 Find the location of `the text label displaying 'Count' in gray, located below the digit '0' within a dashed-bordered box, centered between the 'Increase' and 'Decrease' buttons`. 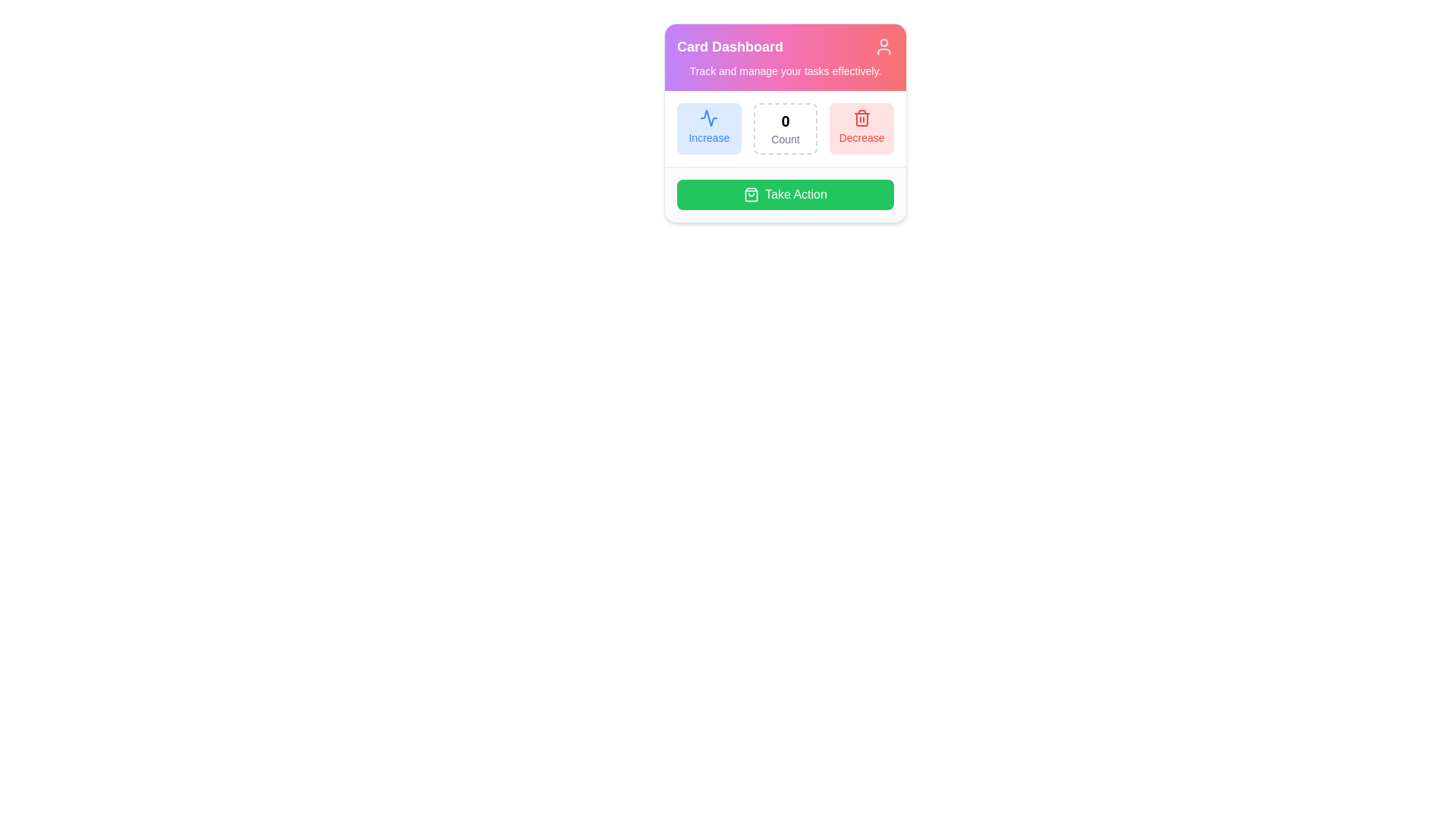

the text label displaying 'Count' in gray, located below the digit '0' within a dashed-bordered box, centered between the 'Increase' and 'Decrease' buttons is located at coordinates (786, 140).